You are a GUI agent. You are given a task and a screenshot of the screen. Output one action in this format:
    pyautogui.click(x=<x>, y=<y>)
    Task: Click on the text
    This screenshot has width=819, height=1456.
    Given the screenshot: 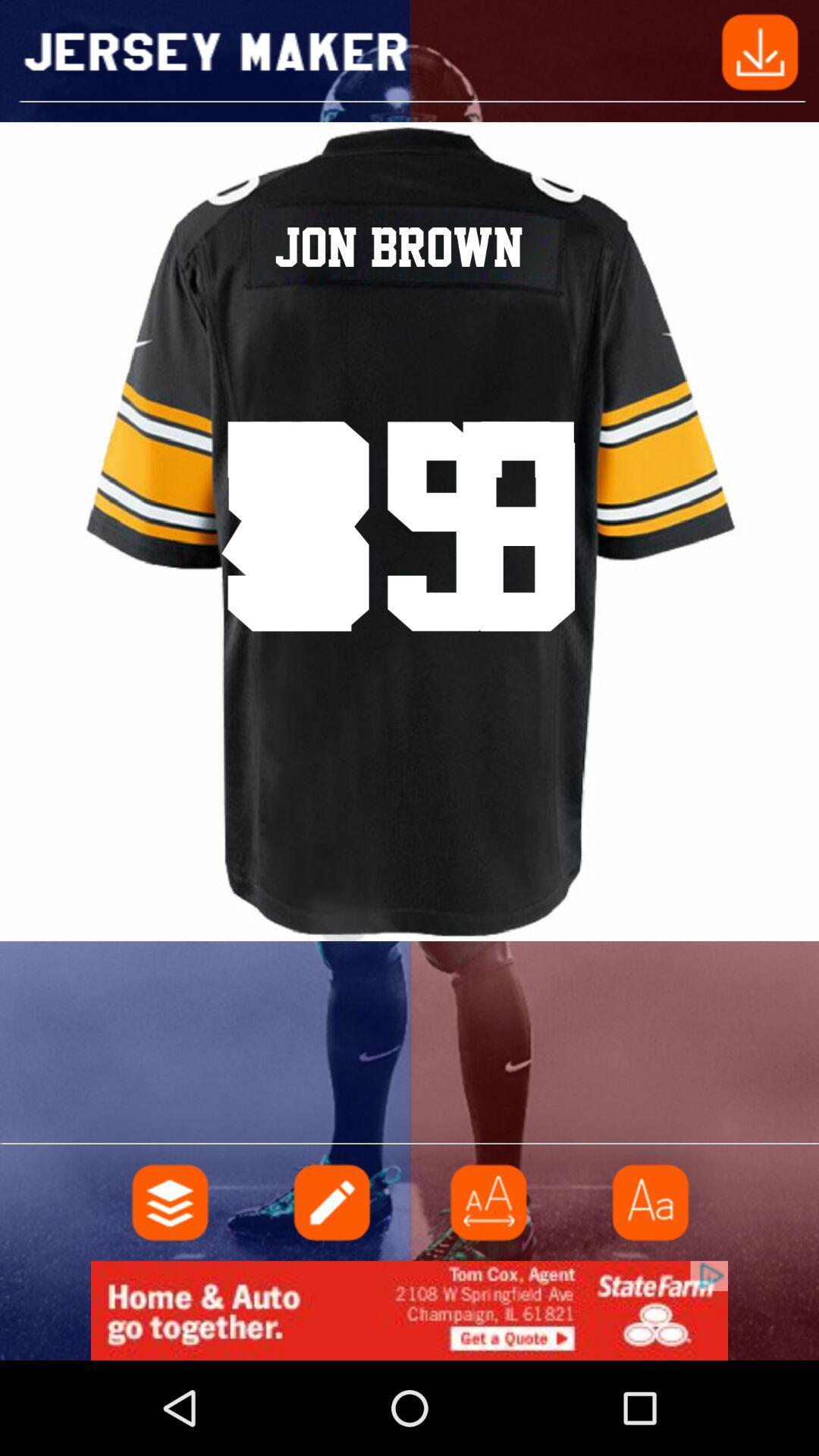 What is the action you would take?
    pyautogui.click(x=329, y=1201)
    